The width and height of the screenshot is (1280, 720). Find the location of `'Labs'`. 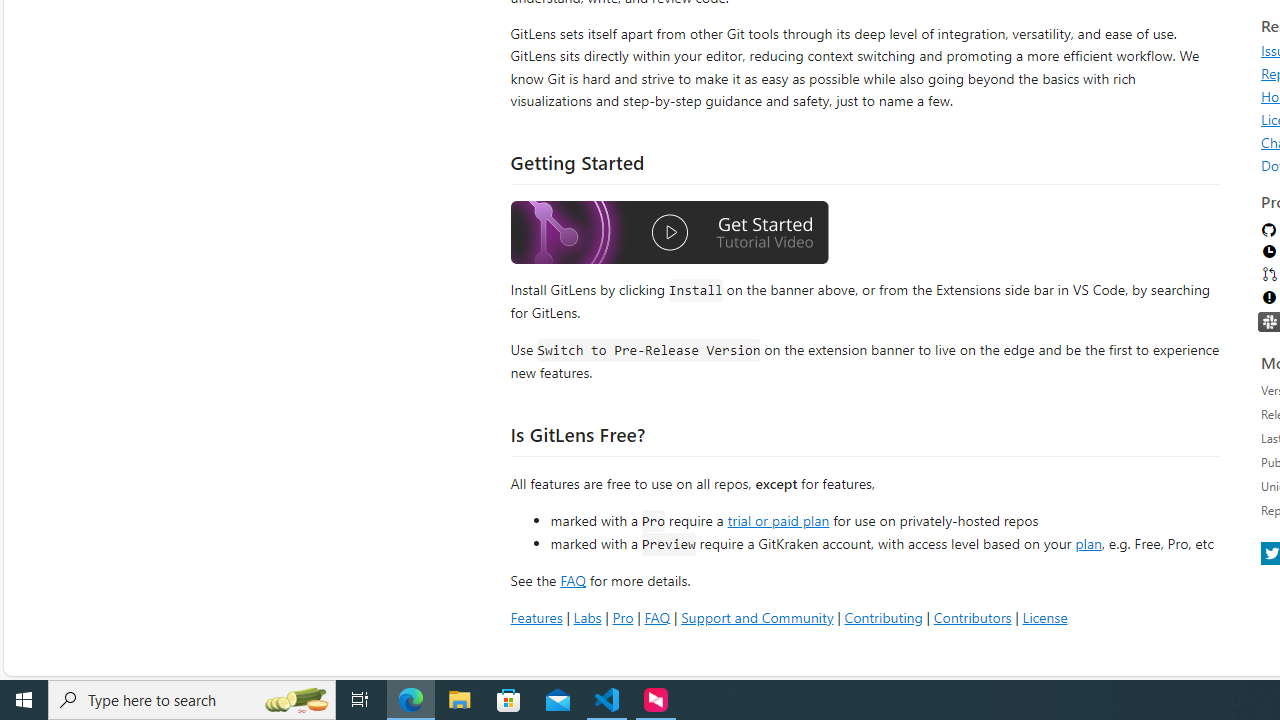

'Labs' is located at coordinates (586, 616).